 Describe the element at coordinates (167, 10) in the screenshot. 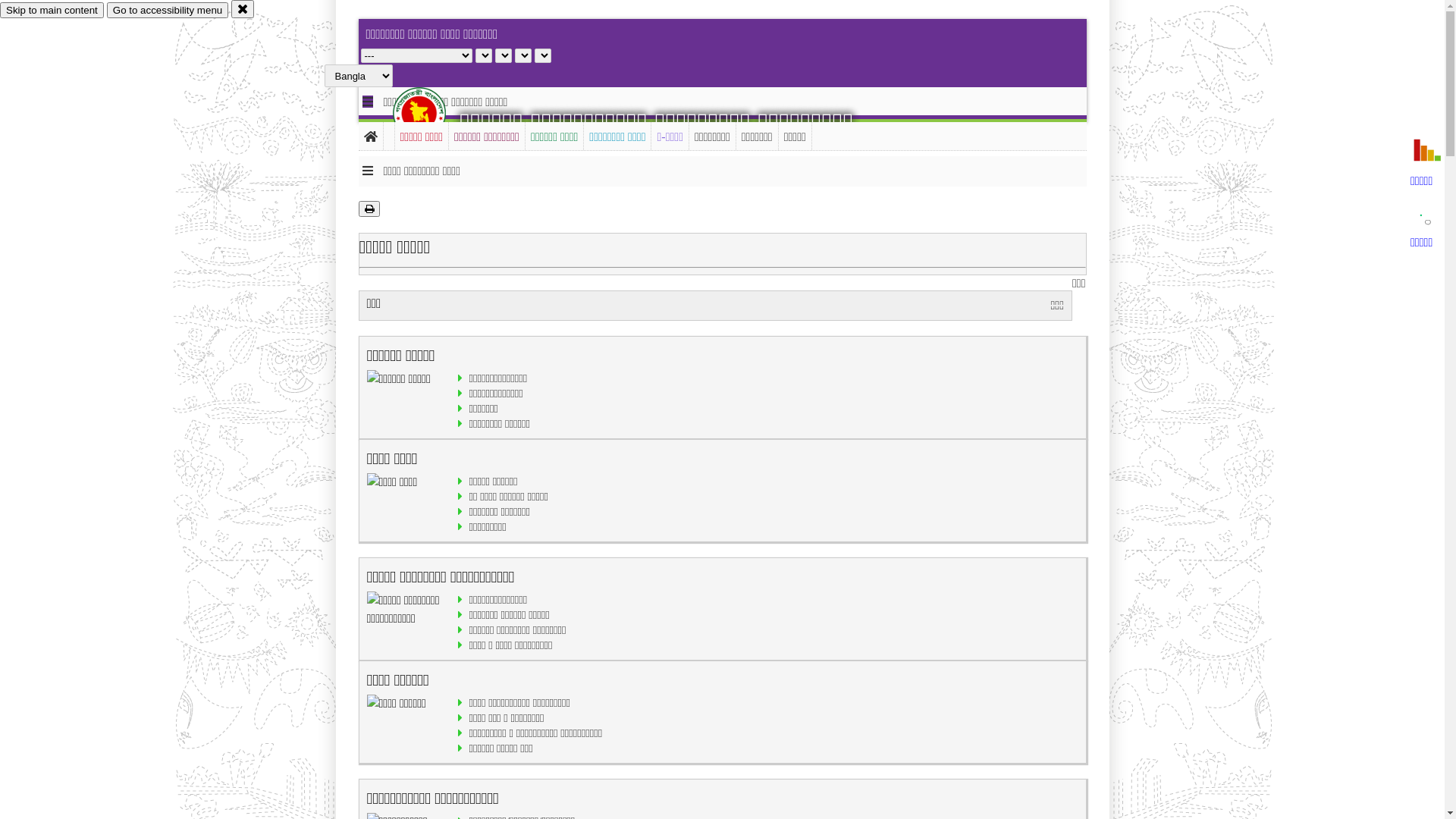

I see `'Go to accessibility menu'` at that location.